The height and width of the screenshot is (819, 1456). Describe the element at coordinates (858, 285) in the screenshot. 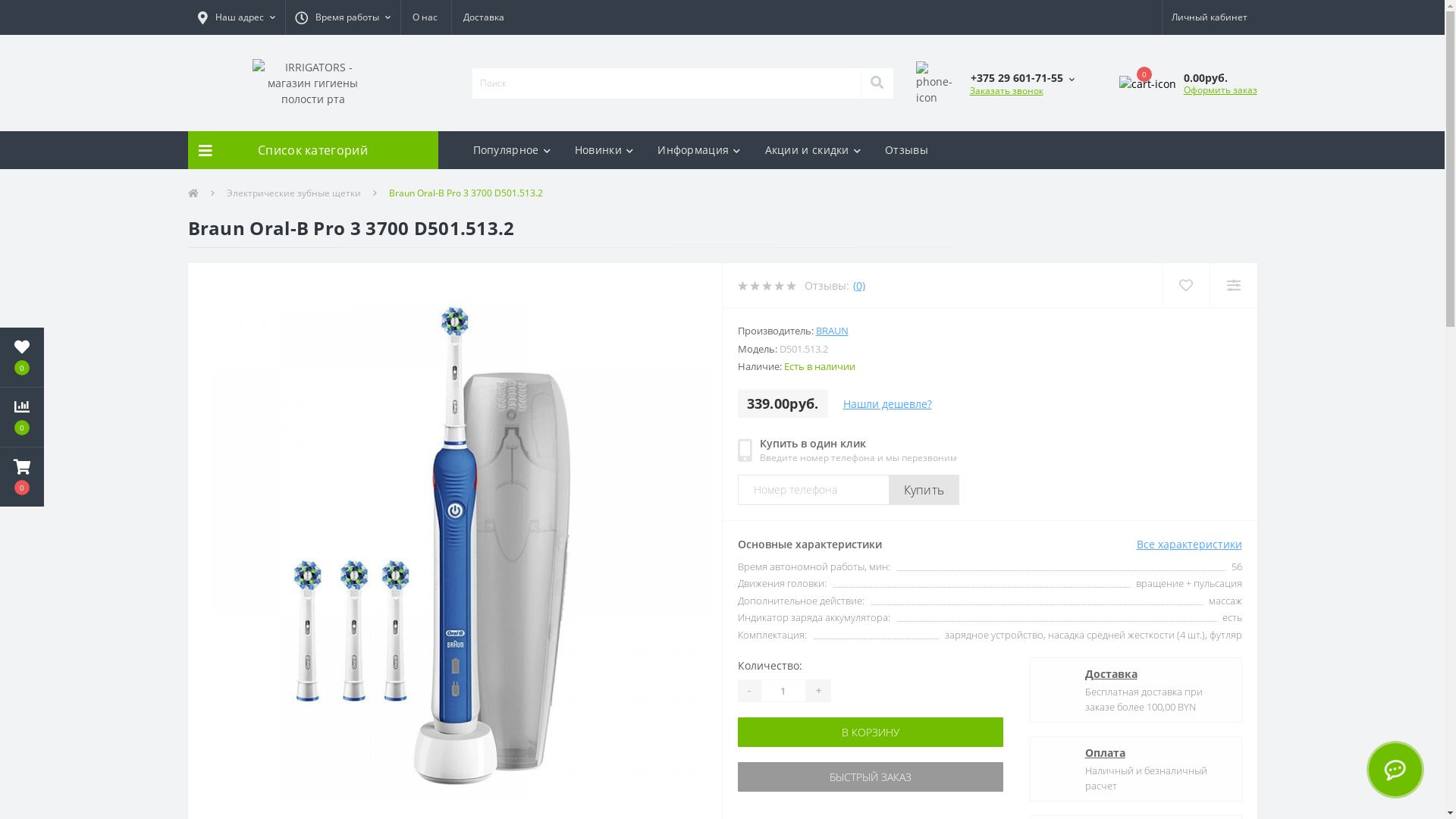

I see `'(0)'` at that location.